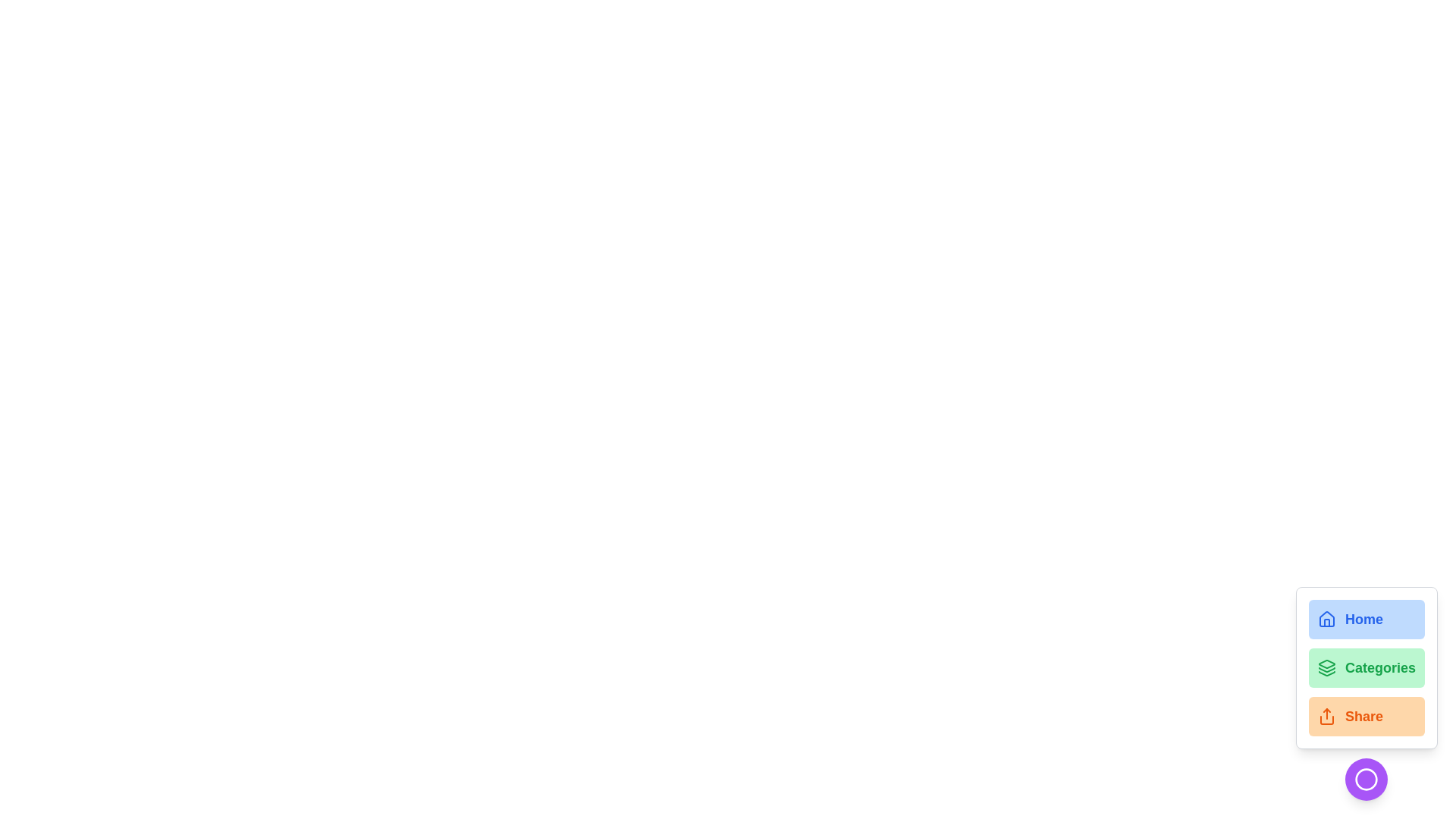 Image resolution: width=1456 pixels, height=819 pixels. What do you see at coordinates (1366, 780) in the screenshot?
I see `the circular button at the bottom right corner to toggle the speed dial menu` at bounding box center [1366, 780].